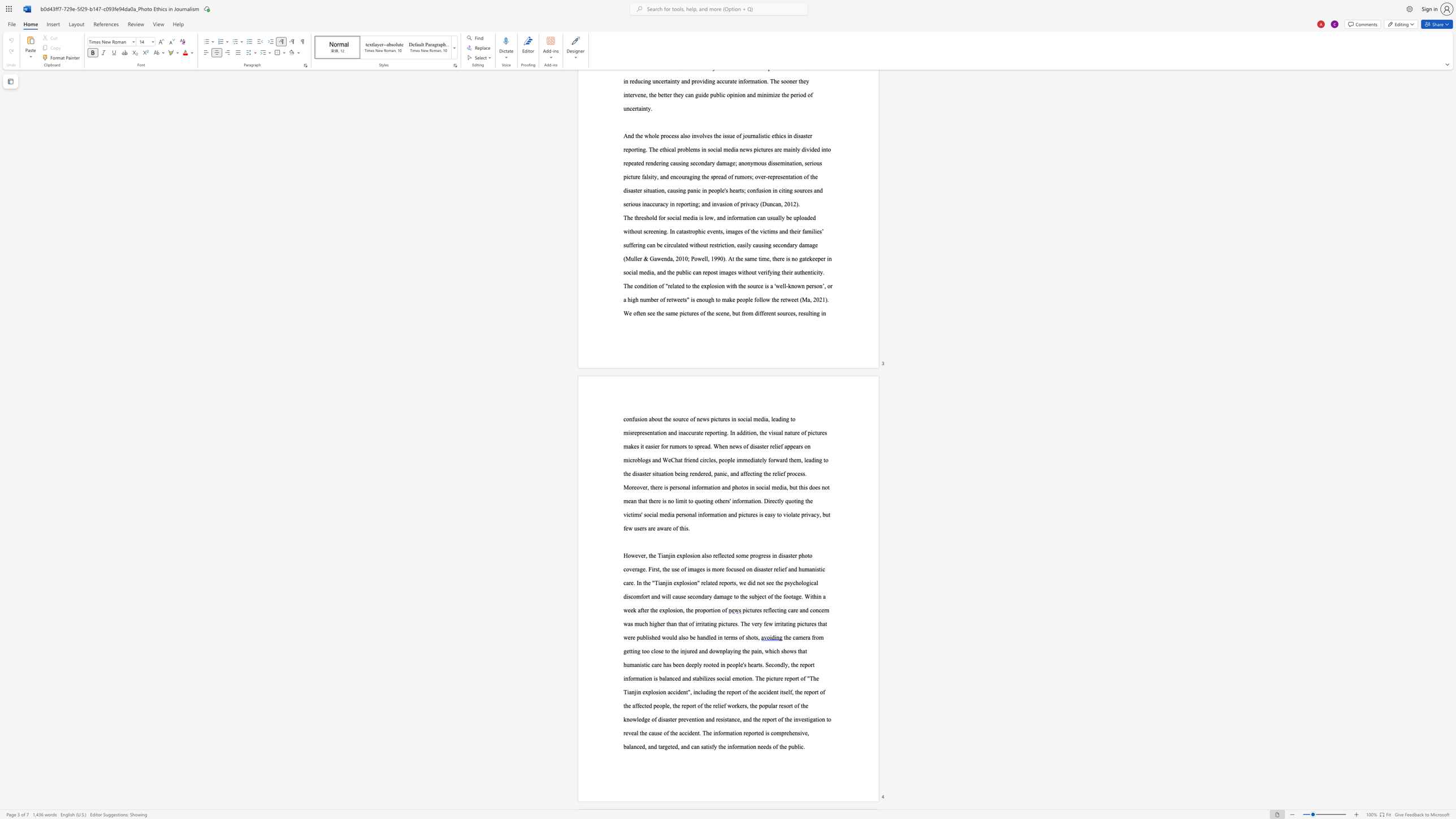 This screenshot has width=1456, height=819. I want to click on the subset text "humanistic care. In the" within the text "However, the Tianjin explosion also reflected some progress in disaster photo coverage. First, the use of images is more focused on disaster relief and humanistic care. In the", so click(798, 569).